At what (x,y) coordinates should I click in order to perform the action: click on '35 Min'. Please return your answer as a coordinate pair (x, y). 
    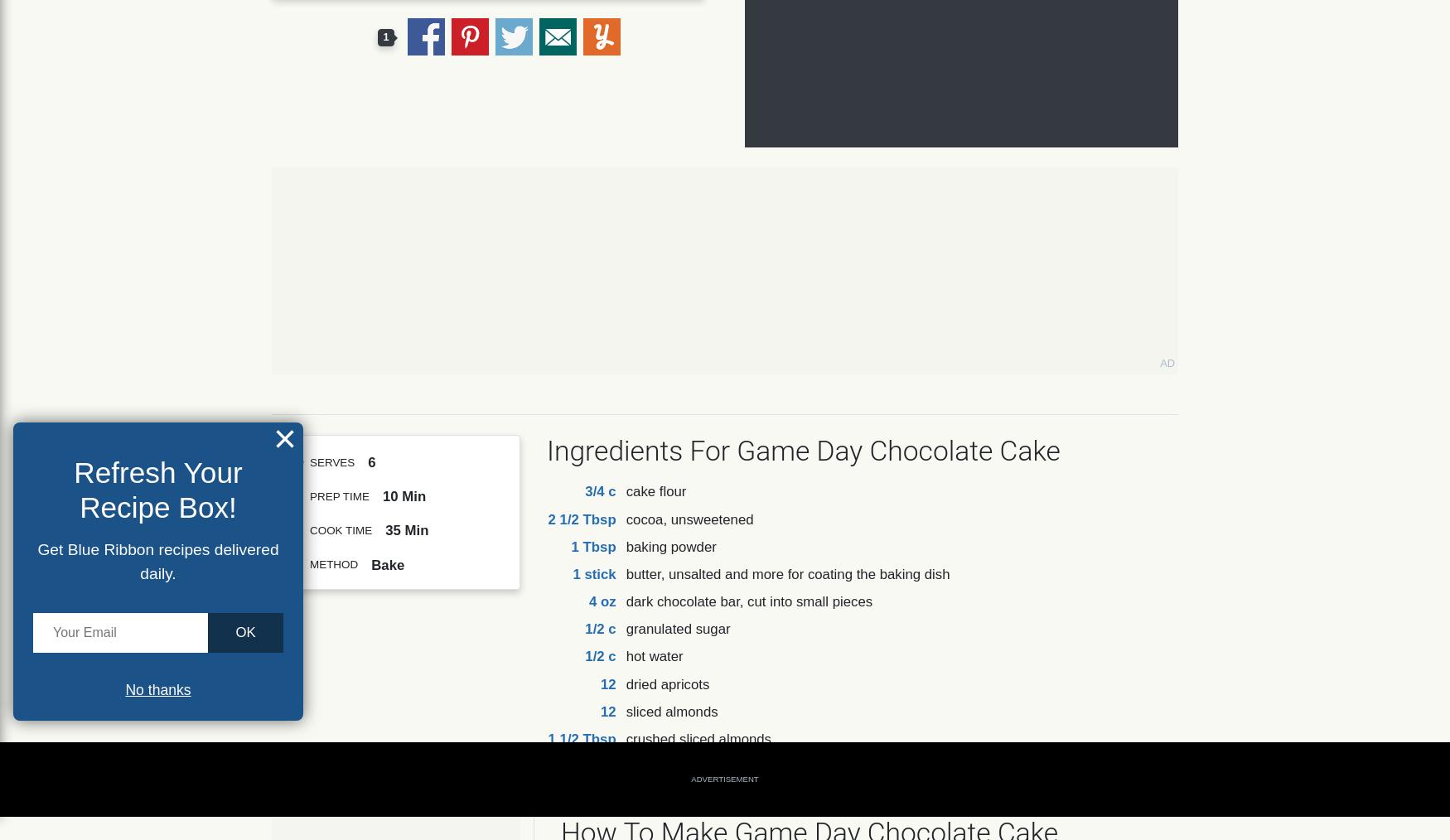
    Looking at the image, I should click on (407, 530).